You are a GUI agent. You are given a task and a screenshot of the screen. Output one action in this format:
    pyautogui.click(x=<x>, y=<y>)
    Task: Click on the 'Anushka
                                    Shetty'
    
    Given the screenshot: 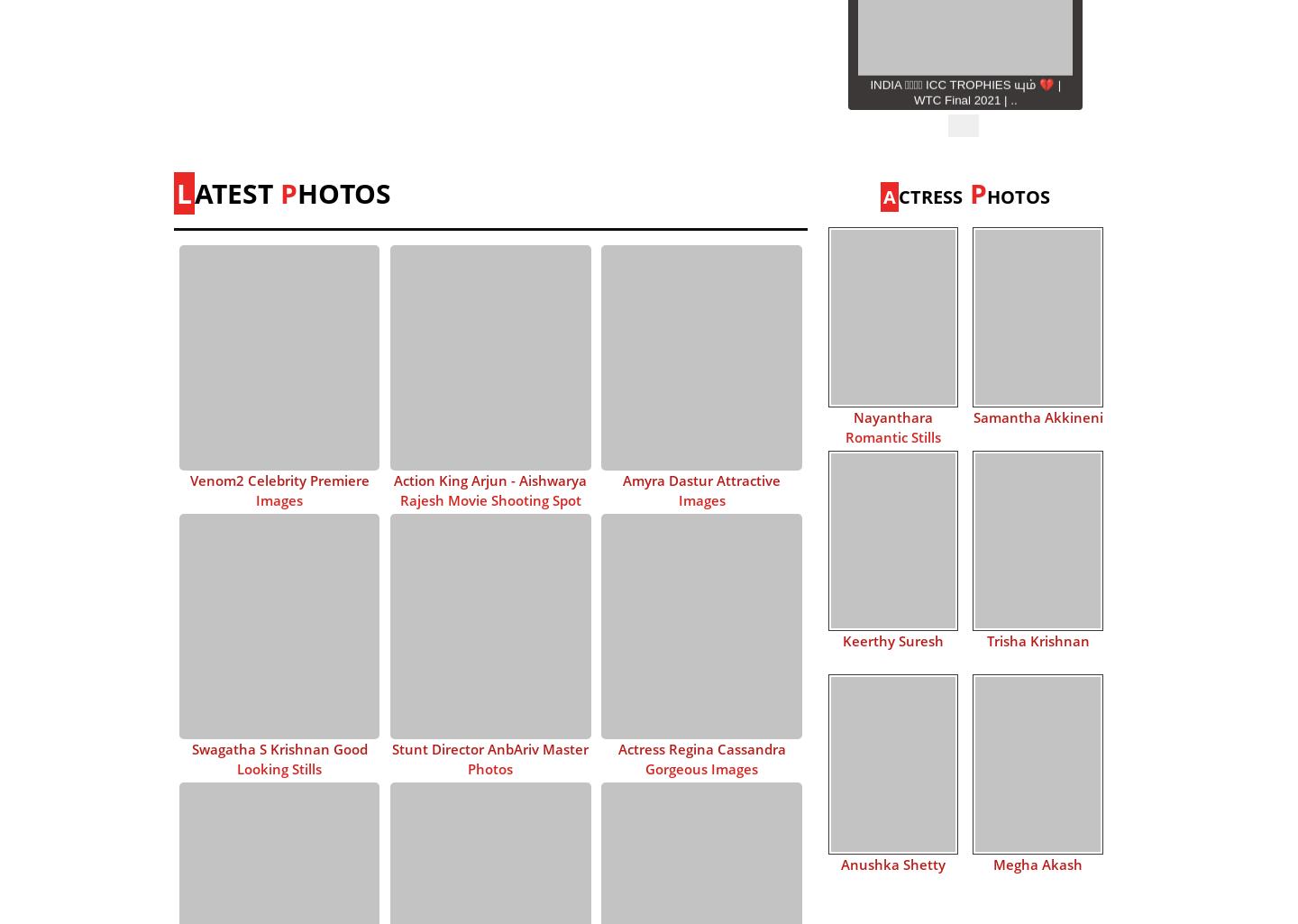 What is the action you would take?
    pyautogui.click(x=891, y=863)
    